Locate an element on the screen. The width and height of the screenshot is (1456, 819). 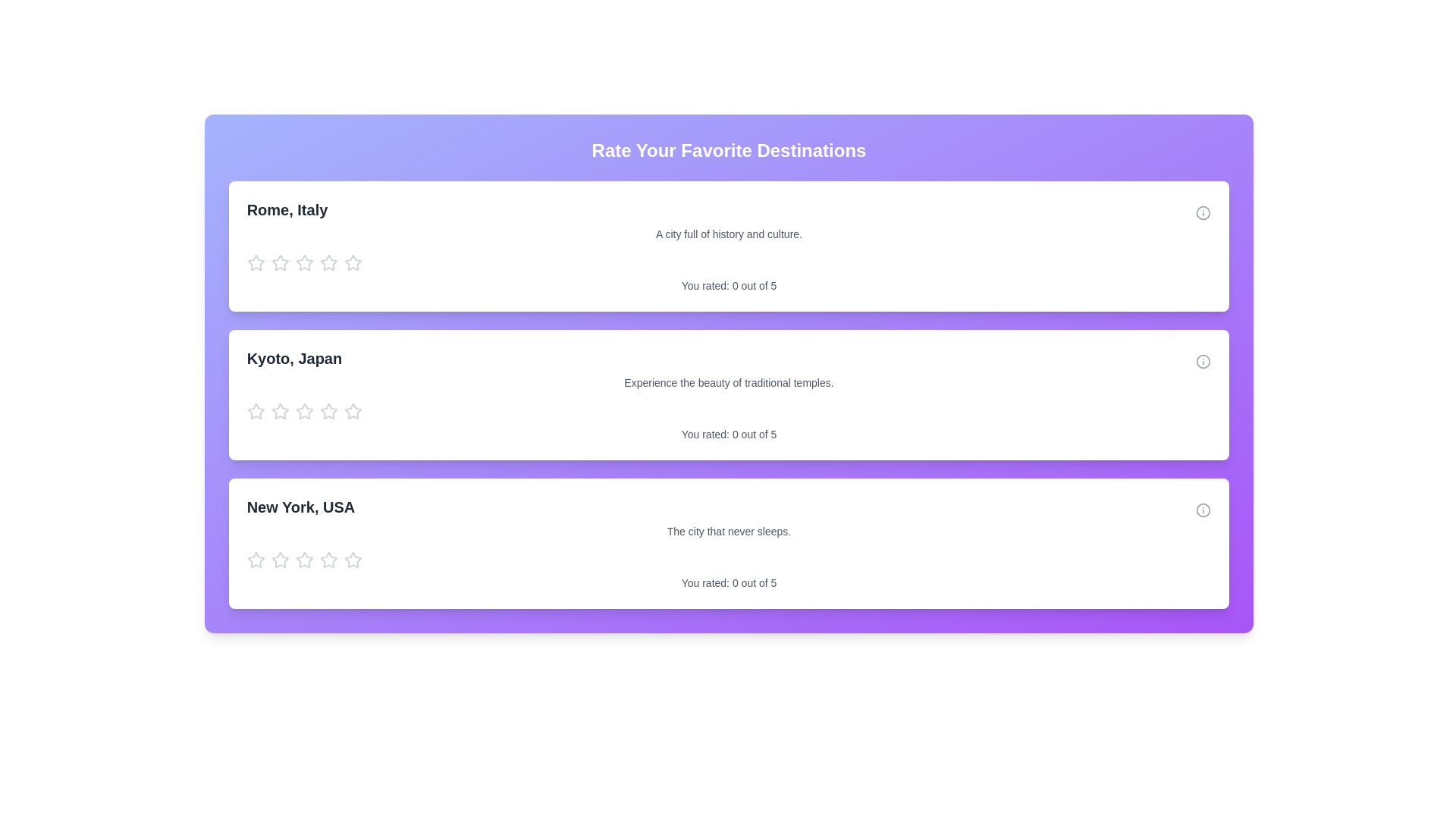
the second star icon in the rating component below the 'New York, USA' section to give a rating is located at coordinates (303, 560).